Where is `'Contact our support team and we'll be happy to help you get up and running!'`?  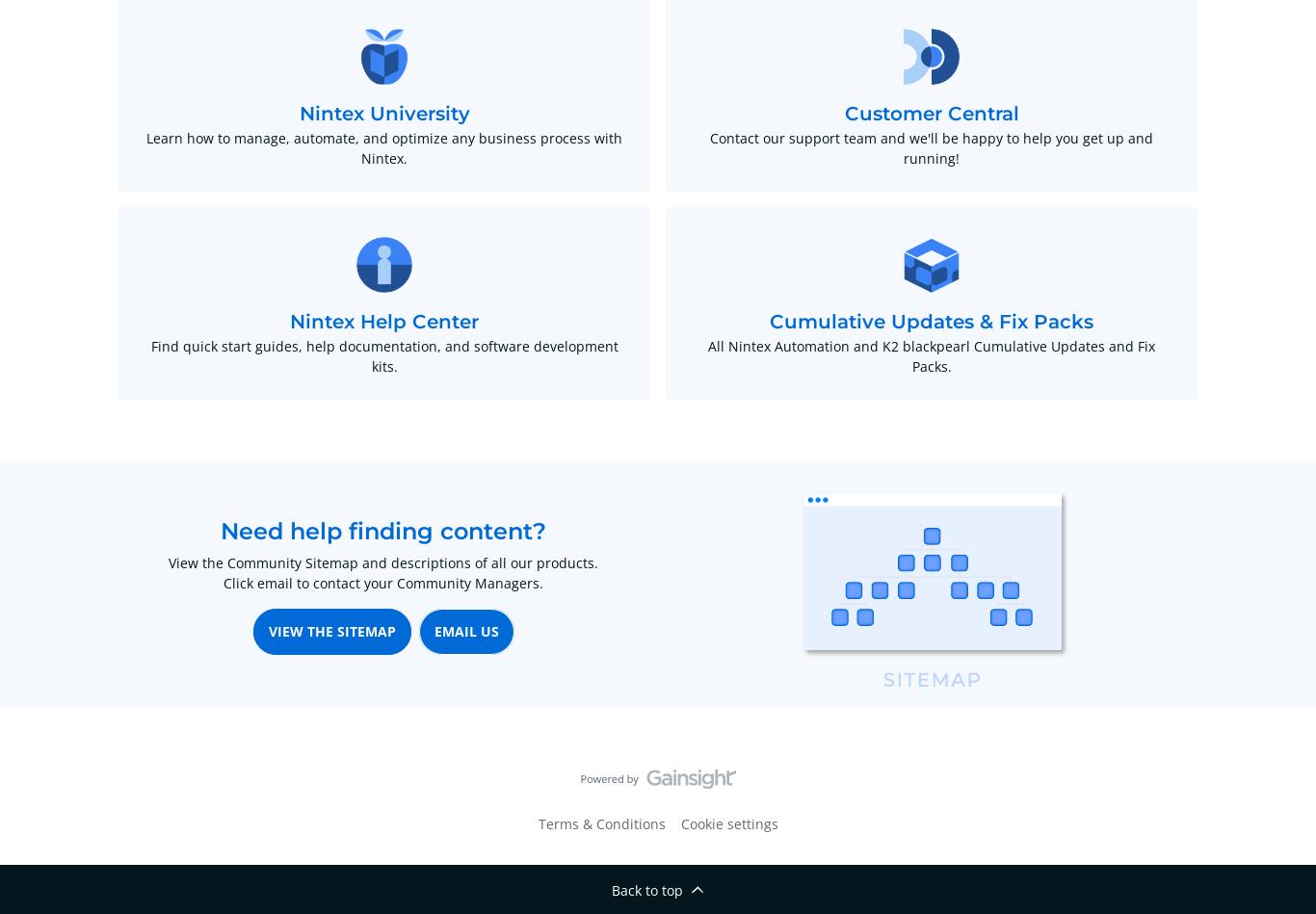 'Contact our support team and we'll be happy to help you get up and running!' is located at coordinates (931, 148).